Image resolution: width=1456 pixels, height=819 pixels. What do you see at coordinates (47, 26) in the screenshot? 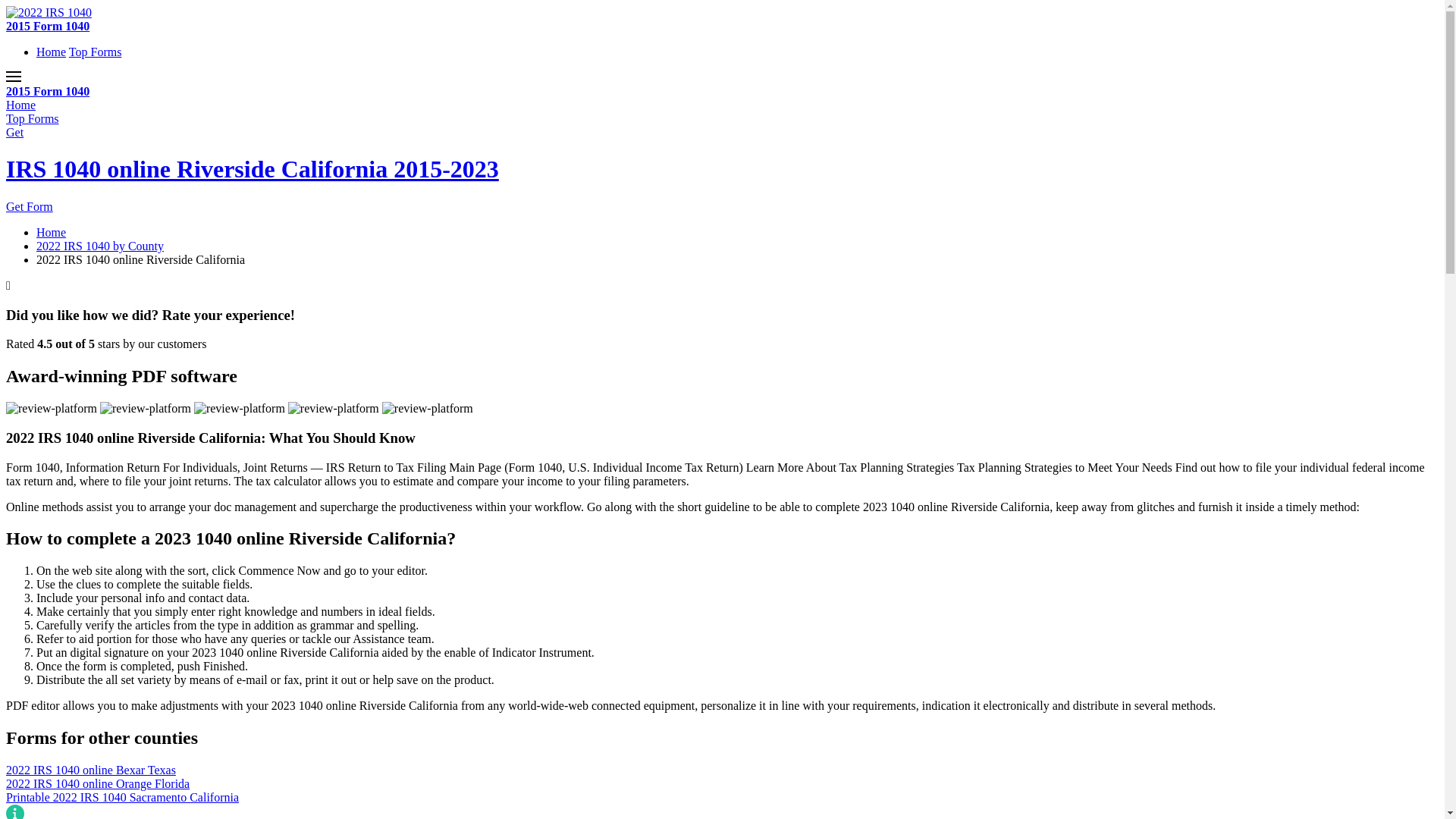
I see `'2015 Form 1040'` at bounding box center [47, 26].